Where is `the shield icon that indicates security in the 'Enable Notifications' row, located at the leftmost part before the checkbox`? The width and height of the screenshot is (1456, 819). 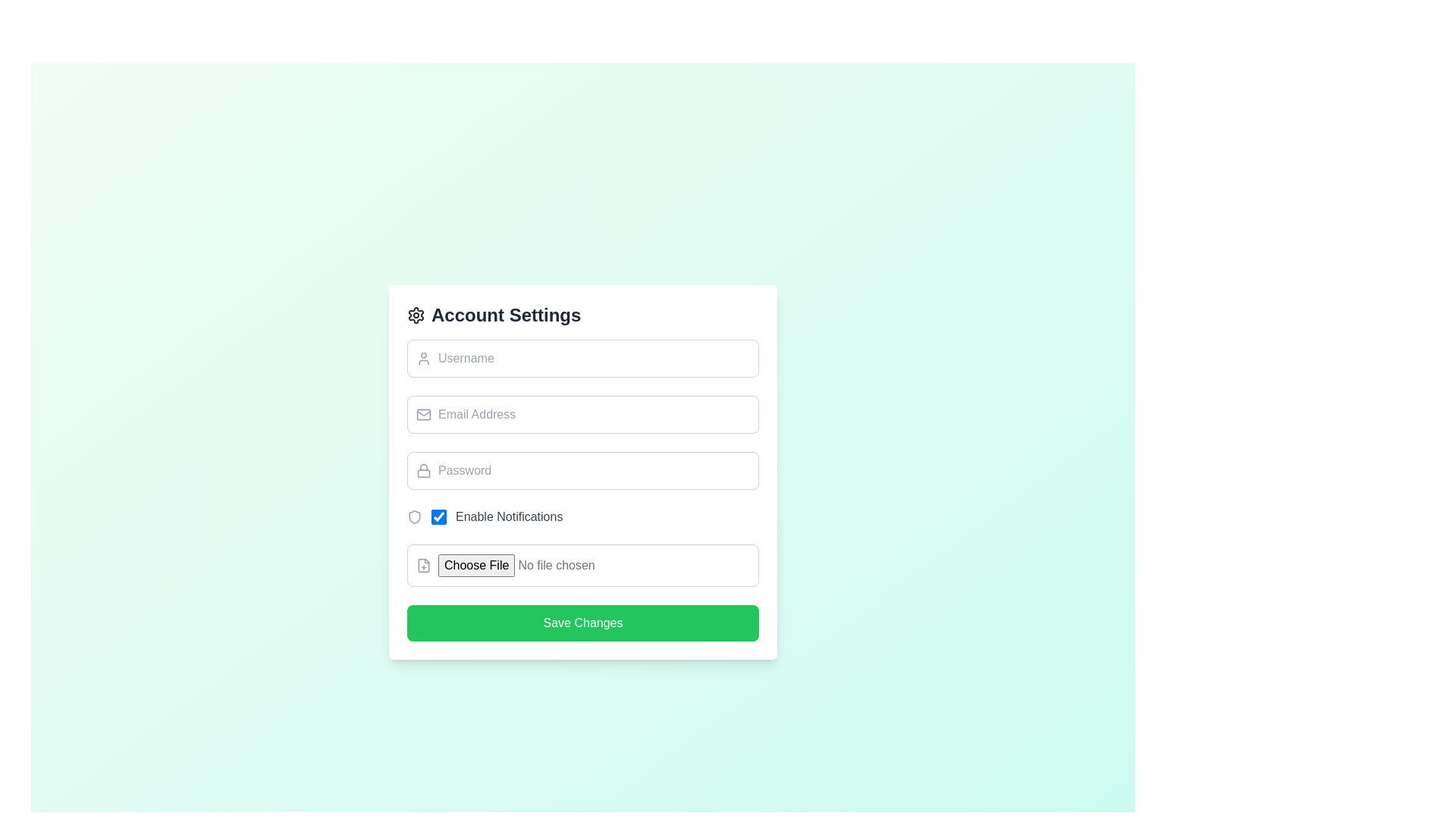 the shield icon that indicates security in the 'Enable Notifications' row, located at the leftmost part before the checkbox is located at coordinates (415, 516).